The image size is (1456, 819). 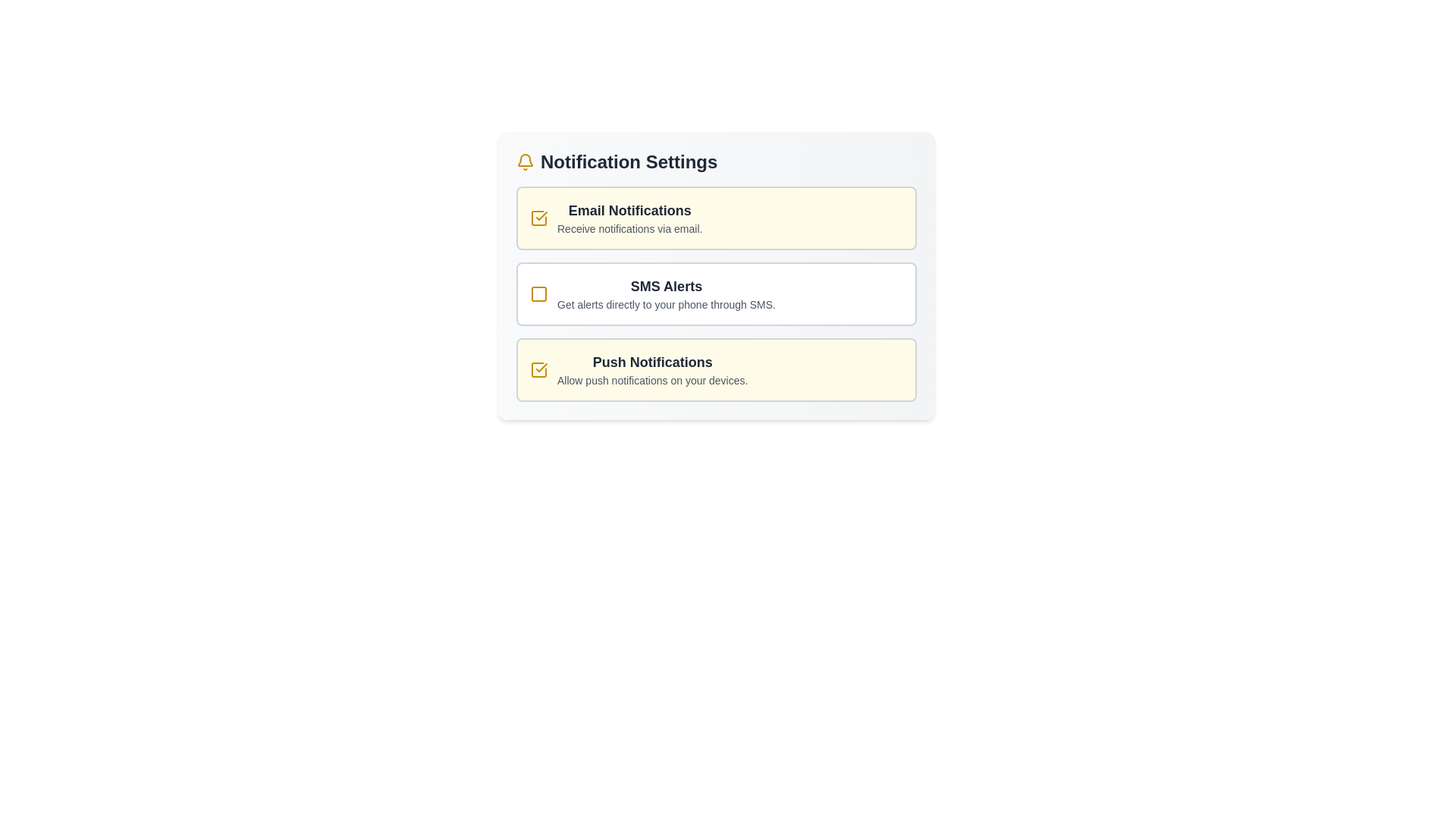 What do you see at coordinates (666, 294) in the screenshot?
I see `the informational text block that describes the SMS alert notification setting, located in the second card of the 'Notification Settings' group` at bounding box center [666, 294].